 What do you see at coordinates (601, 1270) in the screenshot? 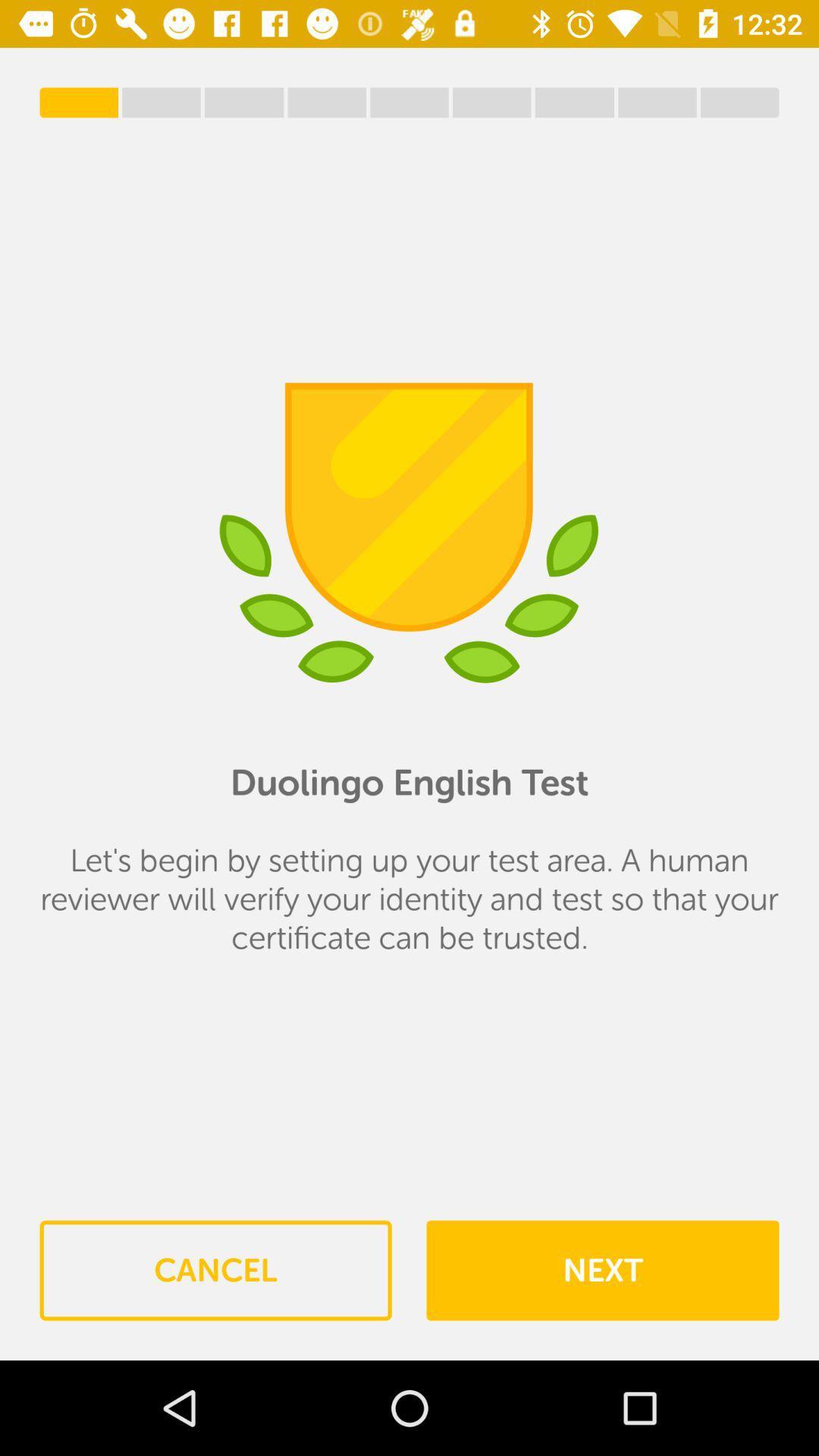
I see `the next at the bottom right corner` at bounding box center [601, 1270].